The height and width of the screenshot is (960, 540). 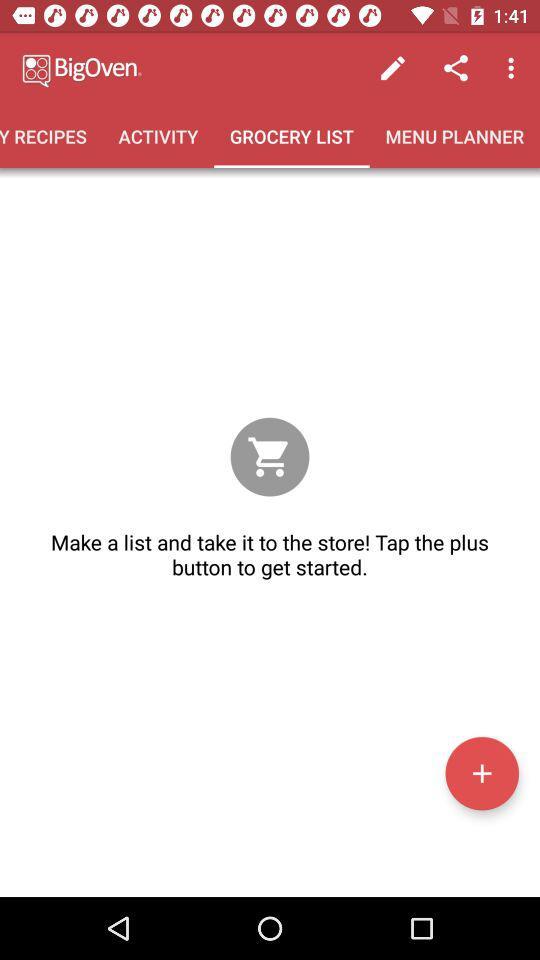 What do you see at coordinates (481, 772) in the screenshot?
I see `to list` at bounding box center [481, 772].